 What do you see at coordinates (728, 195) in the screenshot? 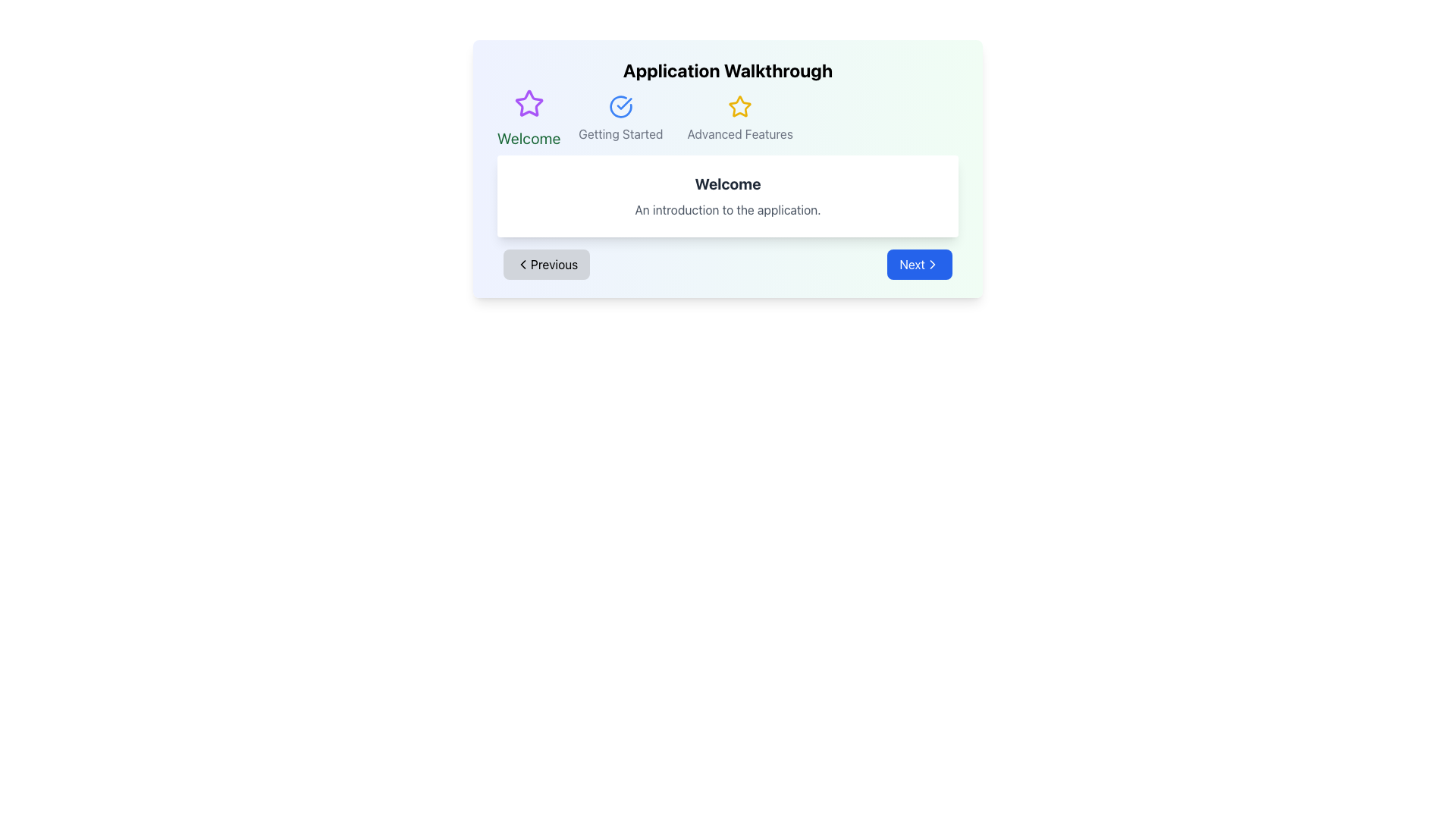
I see `the descriptive section that provides a welcome message and introductory description for the application, located in the center-right area below the 'Application Walkthrough' title and the navigation bar` at bounding box center [728, 195].